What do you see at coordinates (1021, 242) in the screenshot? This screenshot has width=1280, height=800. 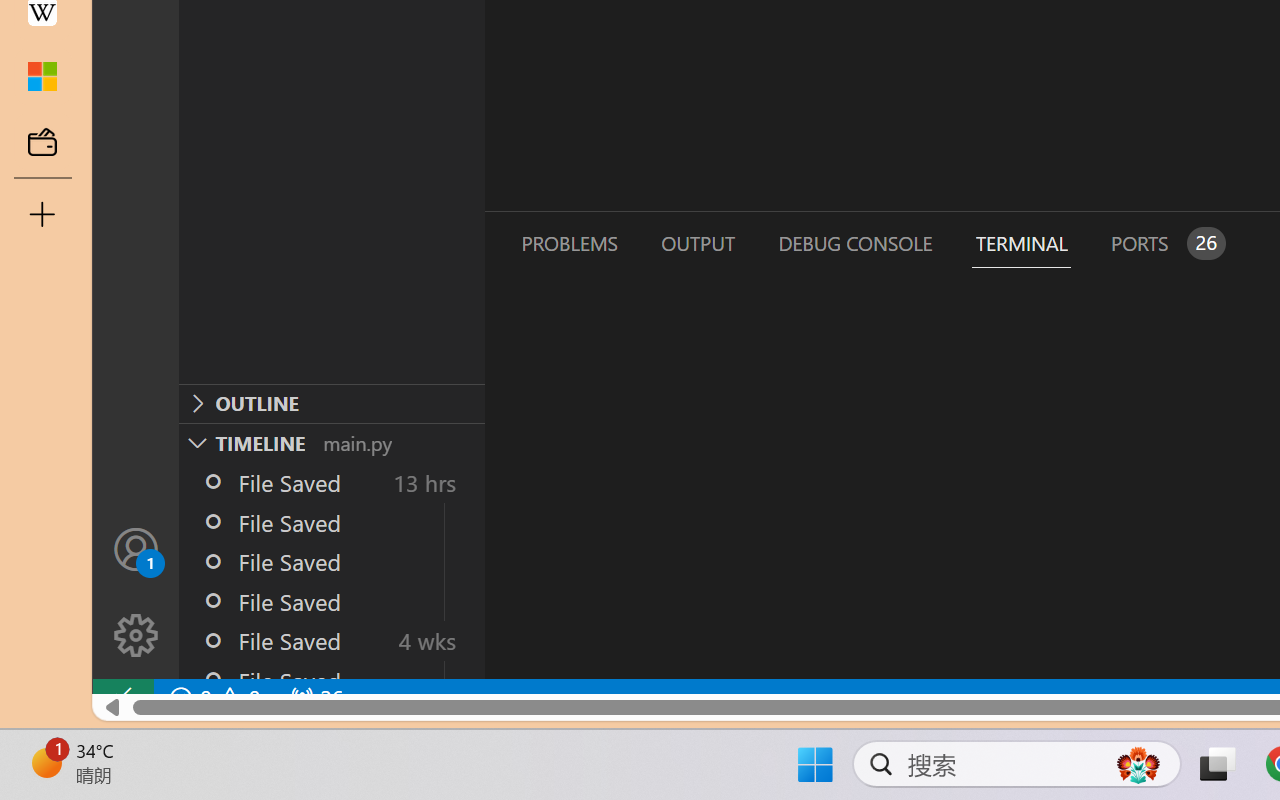 I see `'Terminal (Ctrl+`)'` at bounding box center [1021, 242].